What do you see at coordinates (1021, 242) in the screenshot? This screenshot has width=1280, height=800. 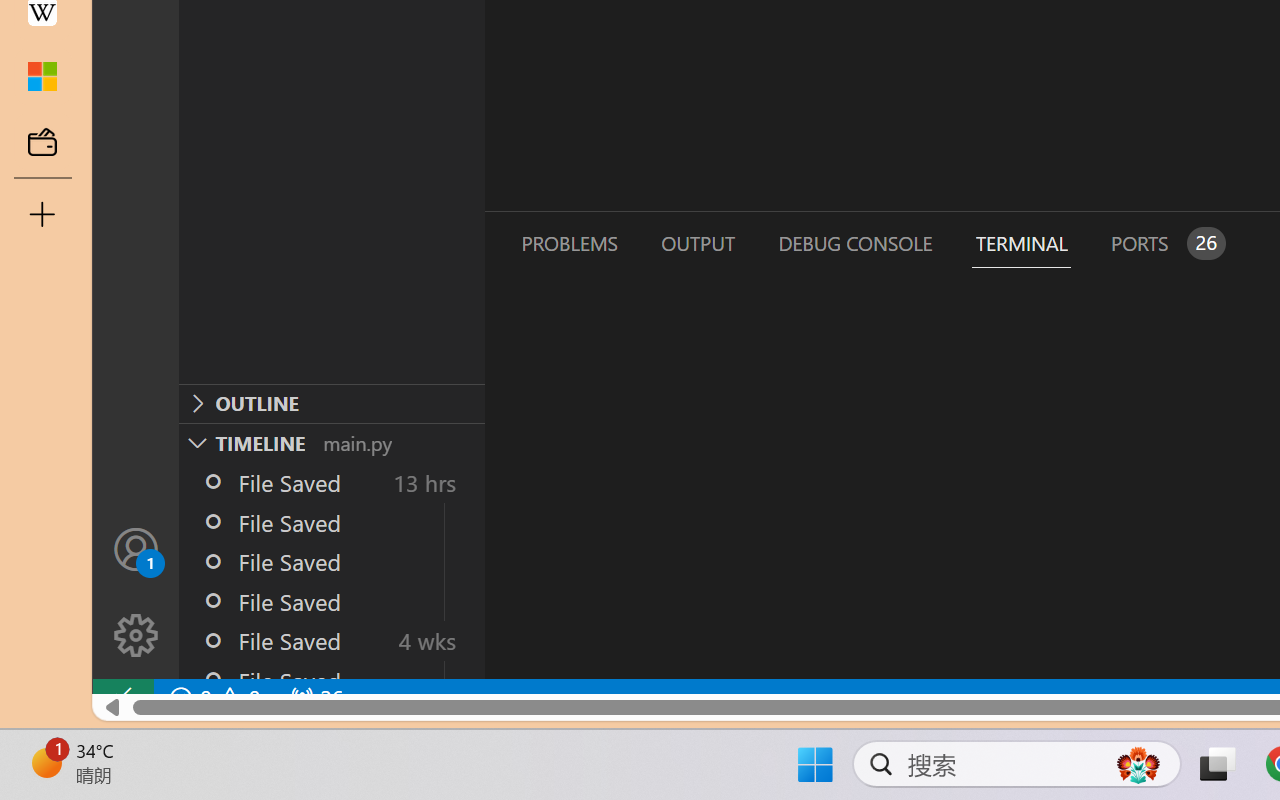 I see `'Terminal (Ctrl+`)'` at bounding box center [1021, 242].